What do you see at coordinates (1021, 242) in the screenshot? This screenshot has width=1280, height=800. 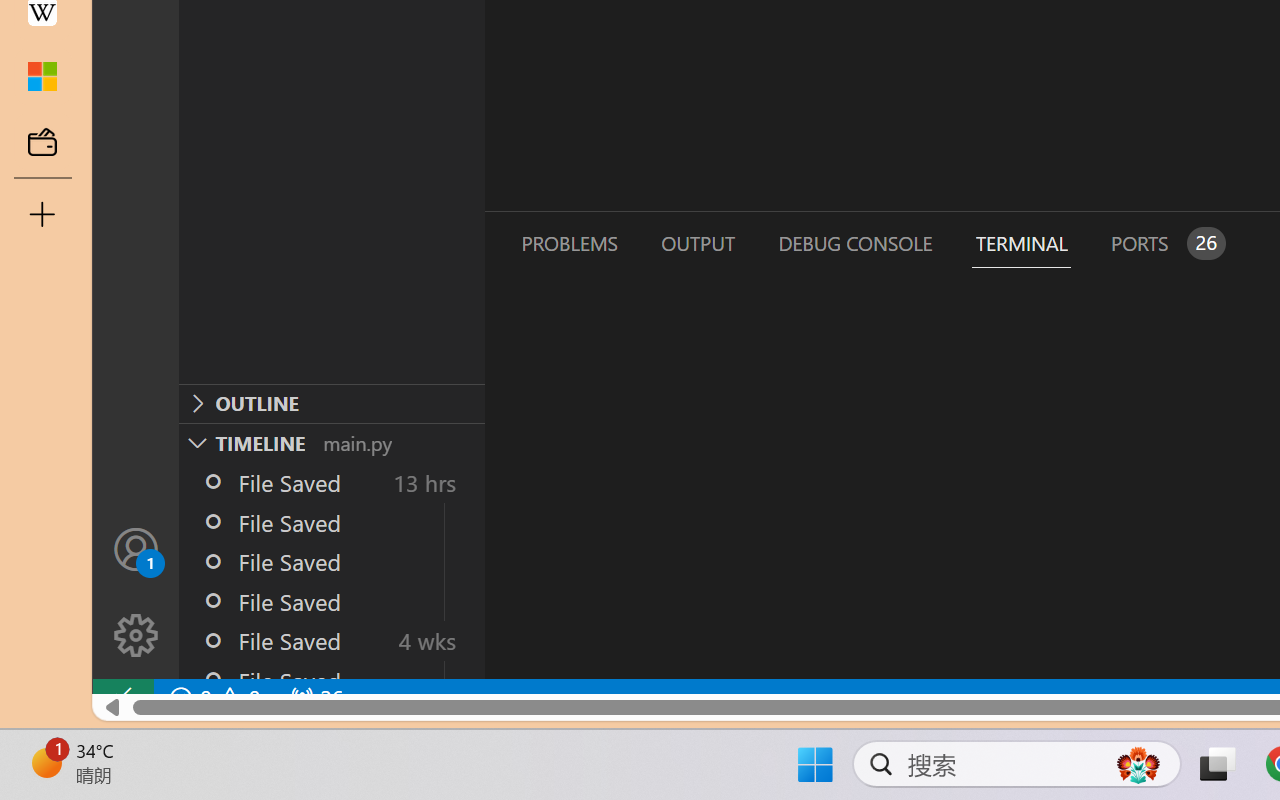 I see `'Terminal (Ctrl+`)'` at bounding box center [1021, 242].